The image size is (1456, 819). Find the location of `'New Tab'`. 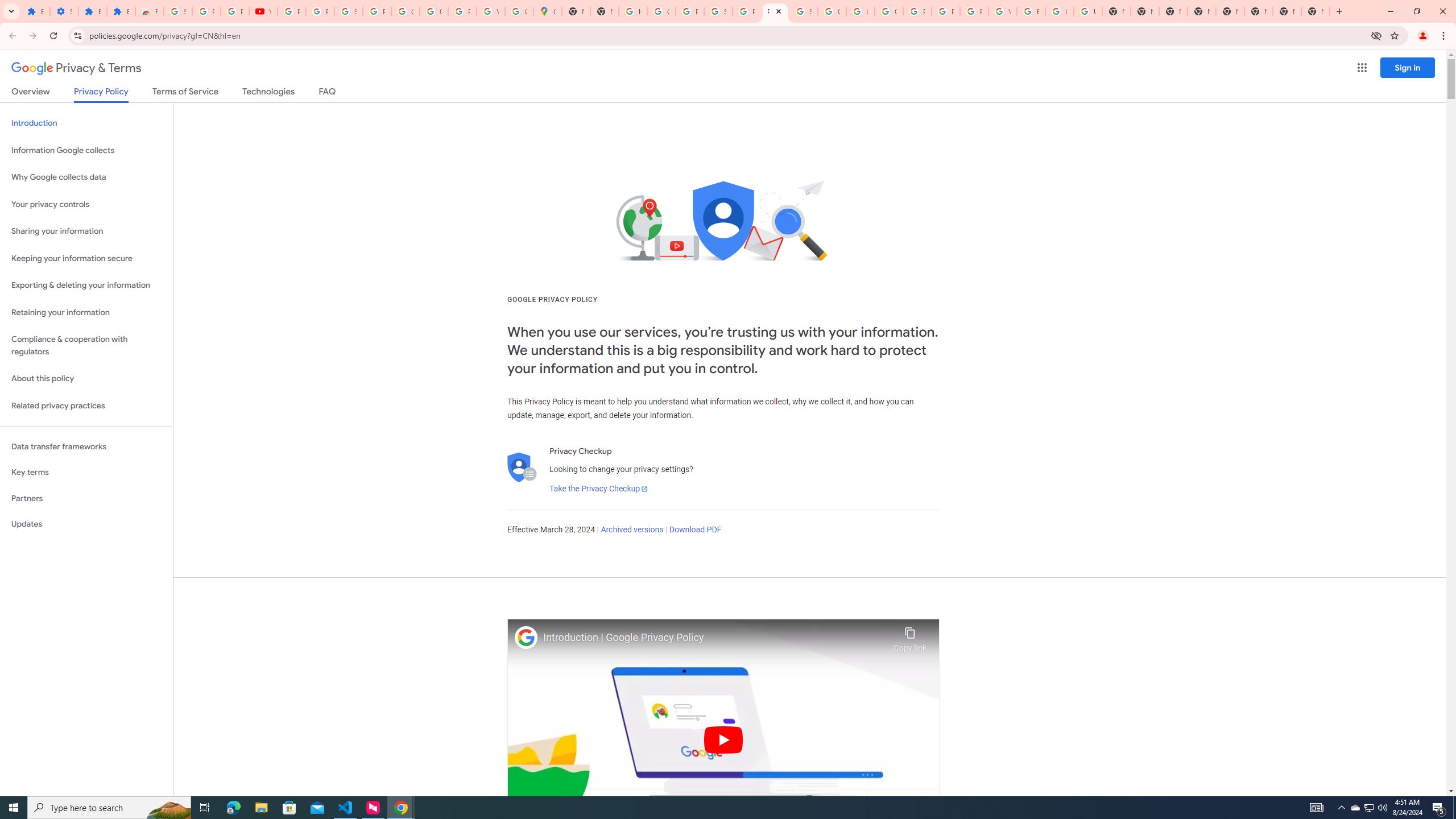

'New Tab' is located at coordinates (1314, 11).